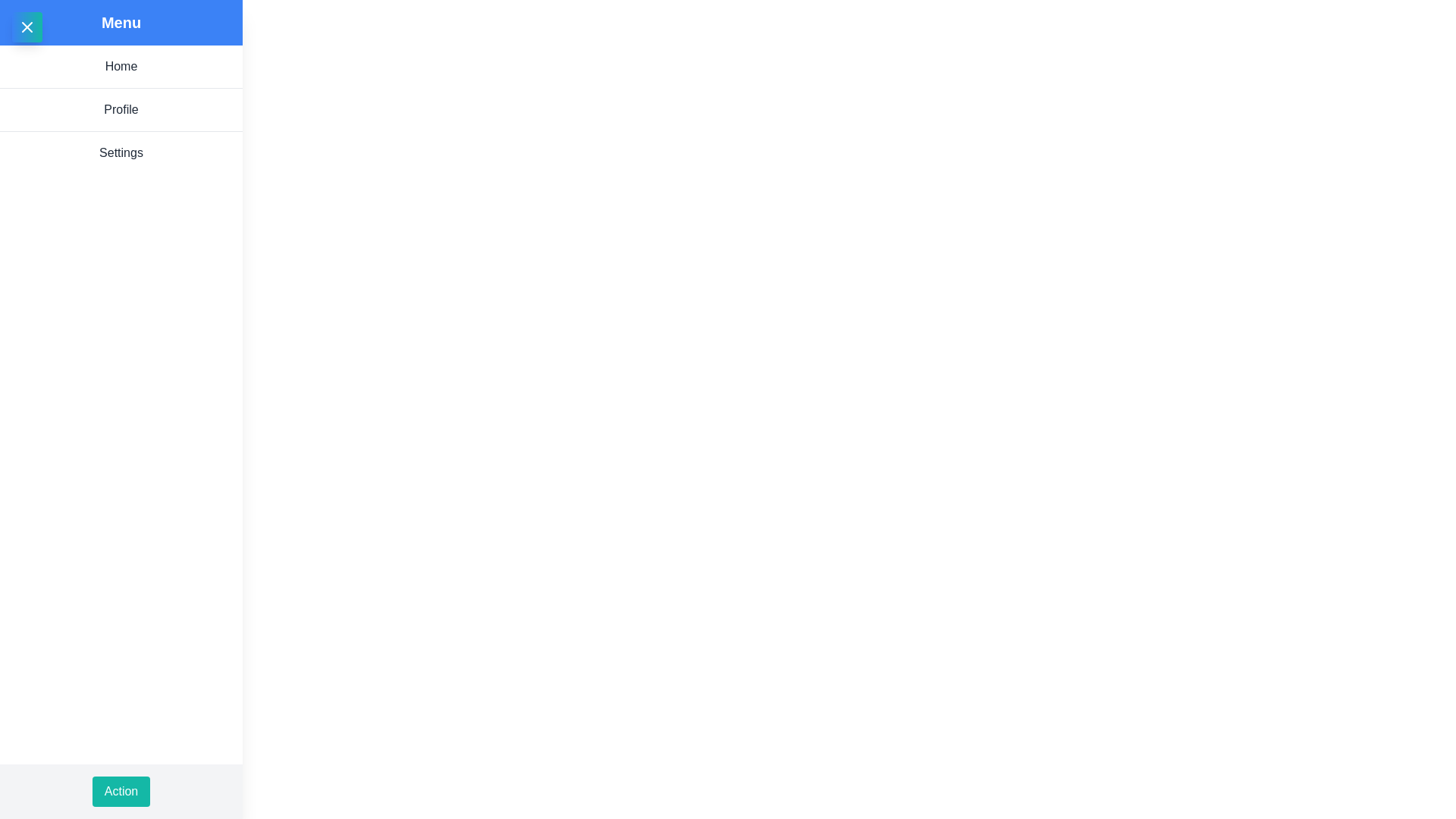 The width and height of the screenshot is (1456, 819). I want to click on the button at the top-left corner of the screen to toggle the drawer, so click(27, 27).